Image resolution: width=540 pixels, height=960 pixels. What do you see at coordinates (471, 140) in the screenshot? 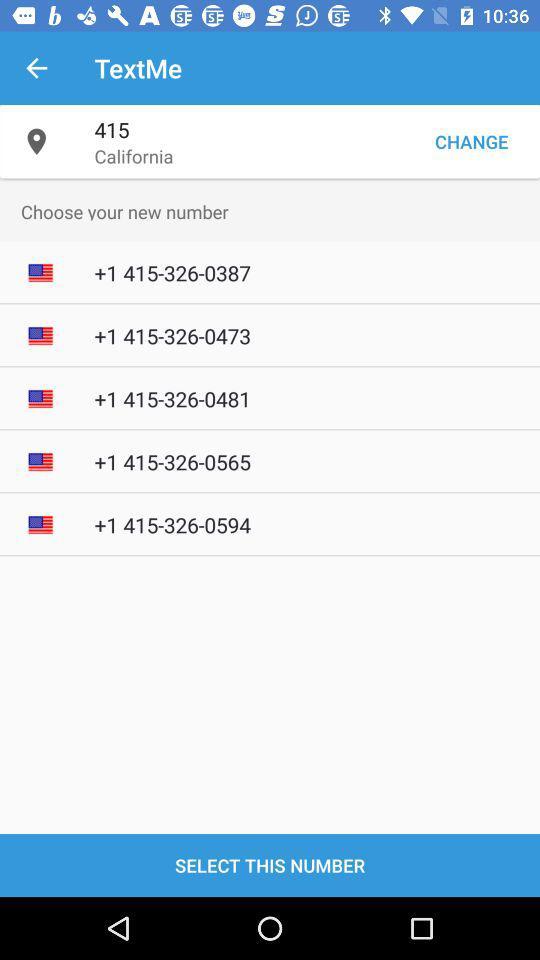
I see `item next to the california icon` at bounding box center [471, 140].